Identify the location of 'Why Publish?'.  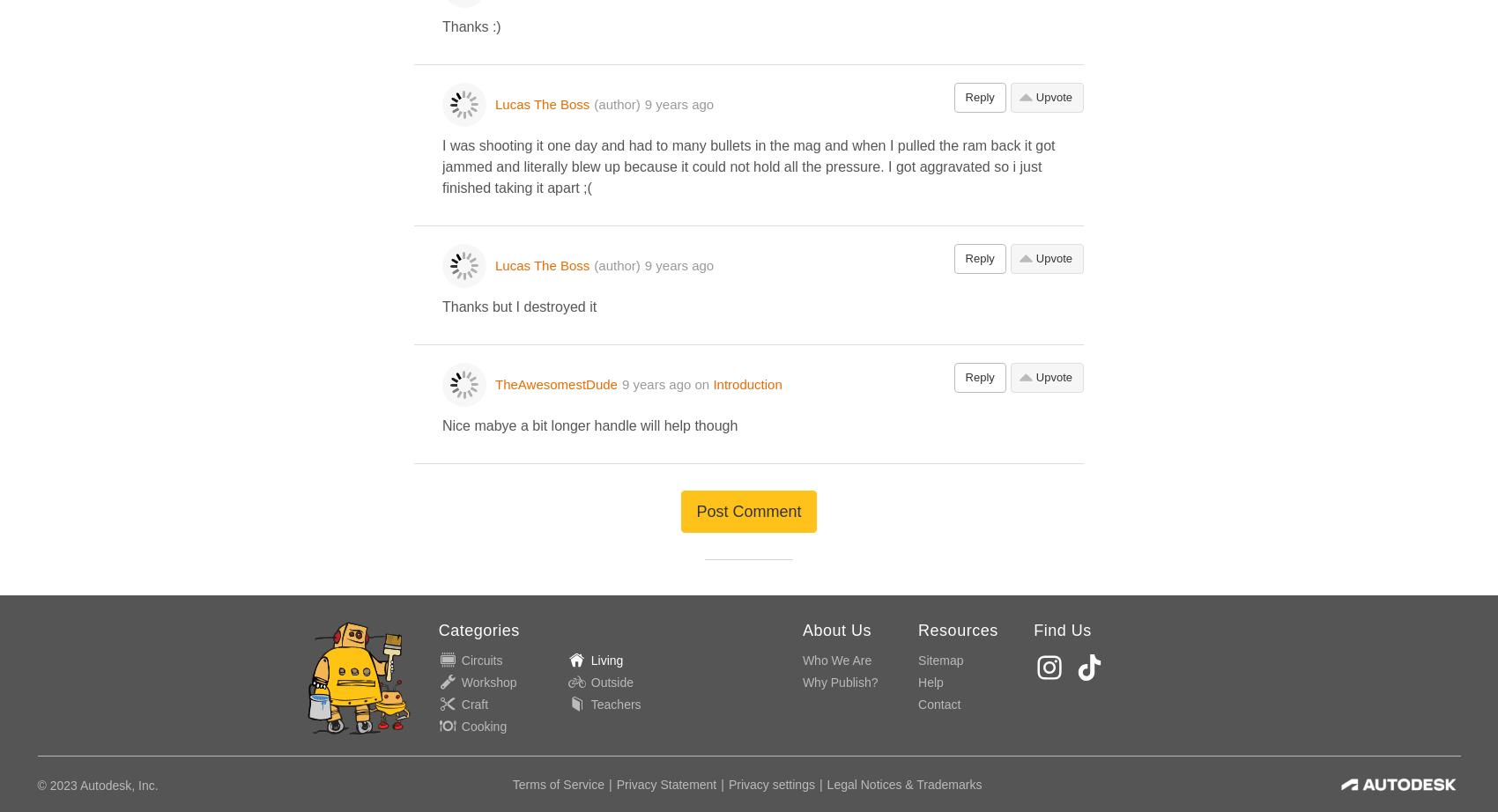
(840, 682).